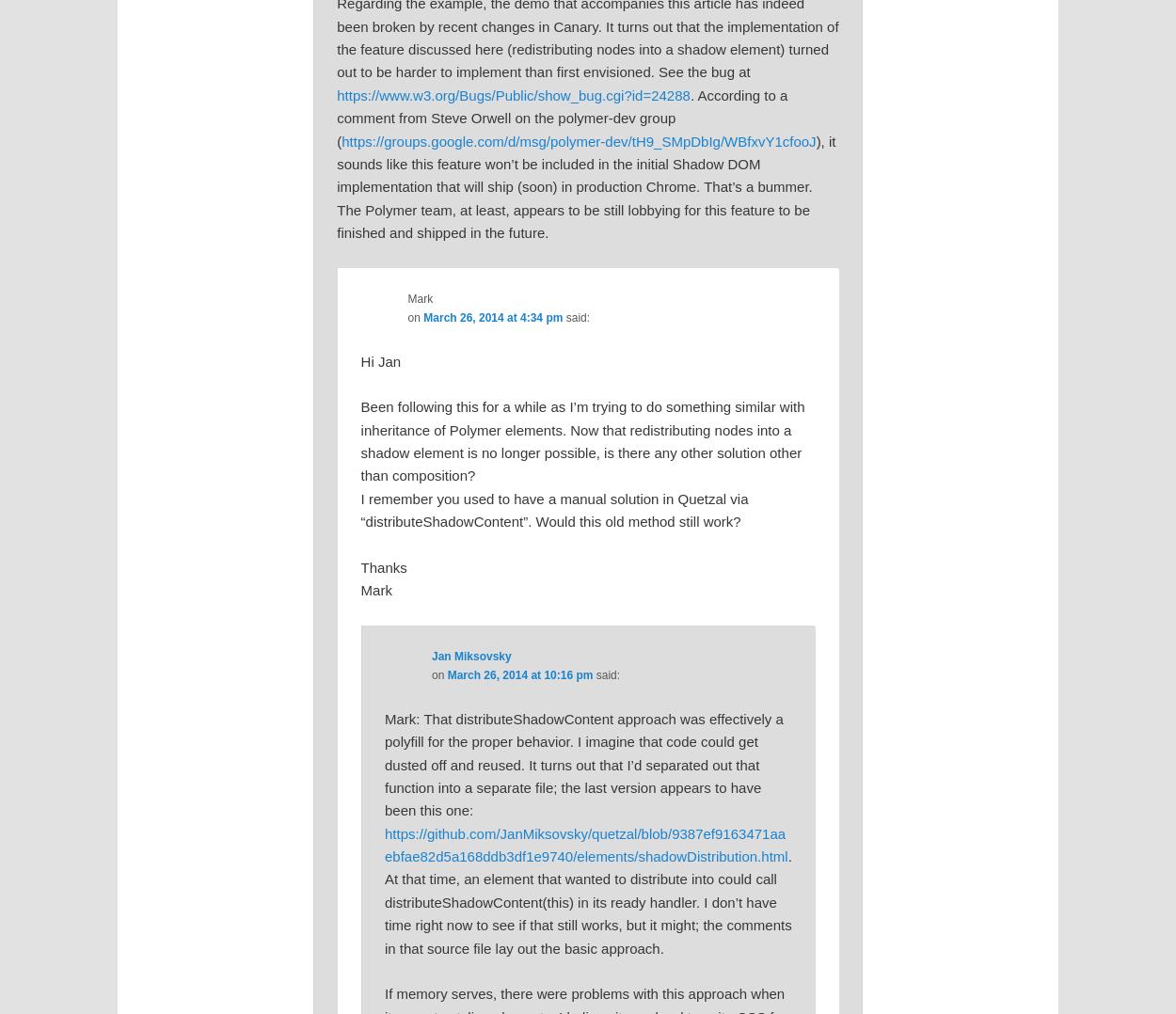 The image size is (1176, 1014). Describe the element at coordinates (493, 315) in the screenshot. I see `'March 26, 2014 at 4:34 pm'` at that location.